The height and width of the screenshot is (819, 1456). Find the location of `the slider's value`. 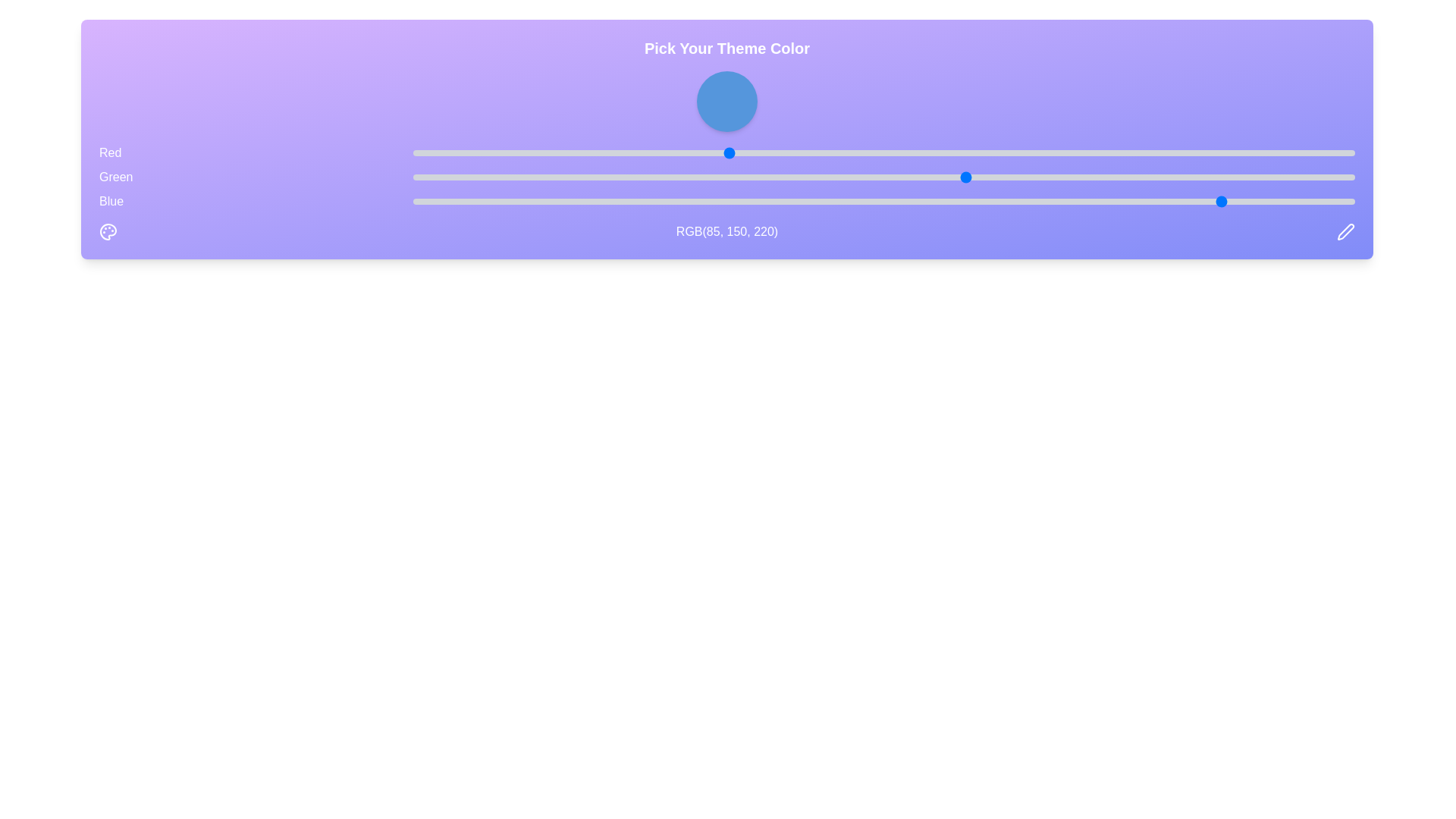

the slider's value is located at coordinates (783, 152).